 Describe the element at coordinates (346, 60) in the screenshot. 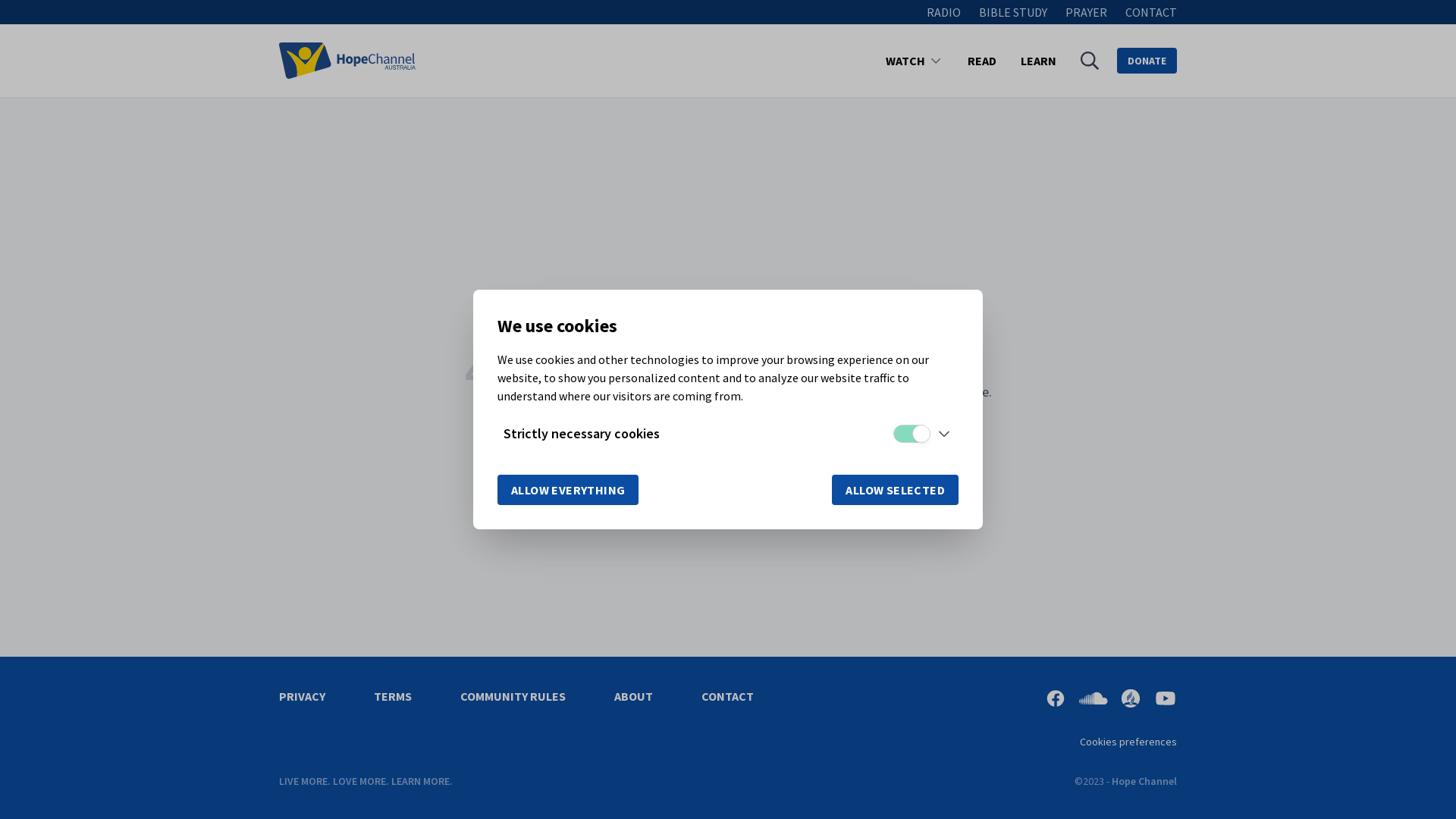

I see `'Hope Channel Austraila'` at that location.